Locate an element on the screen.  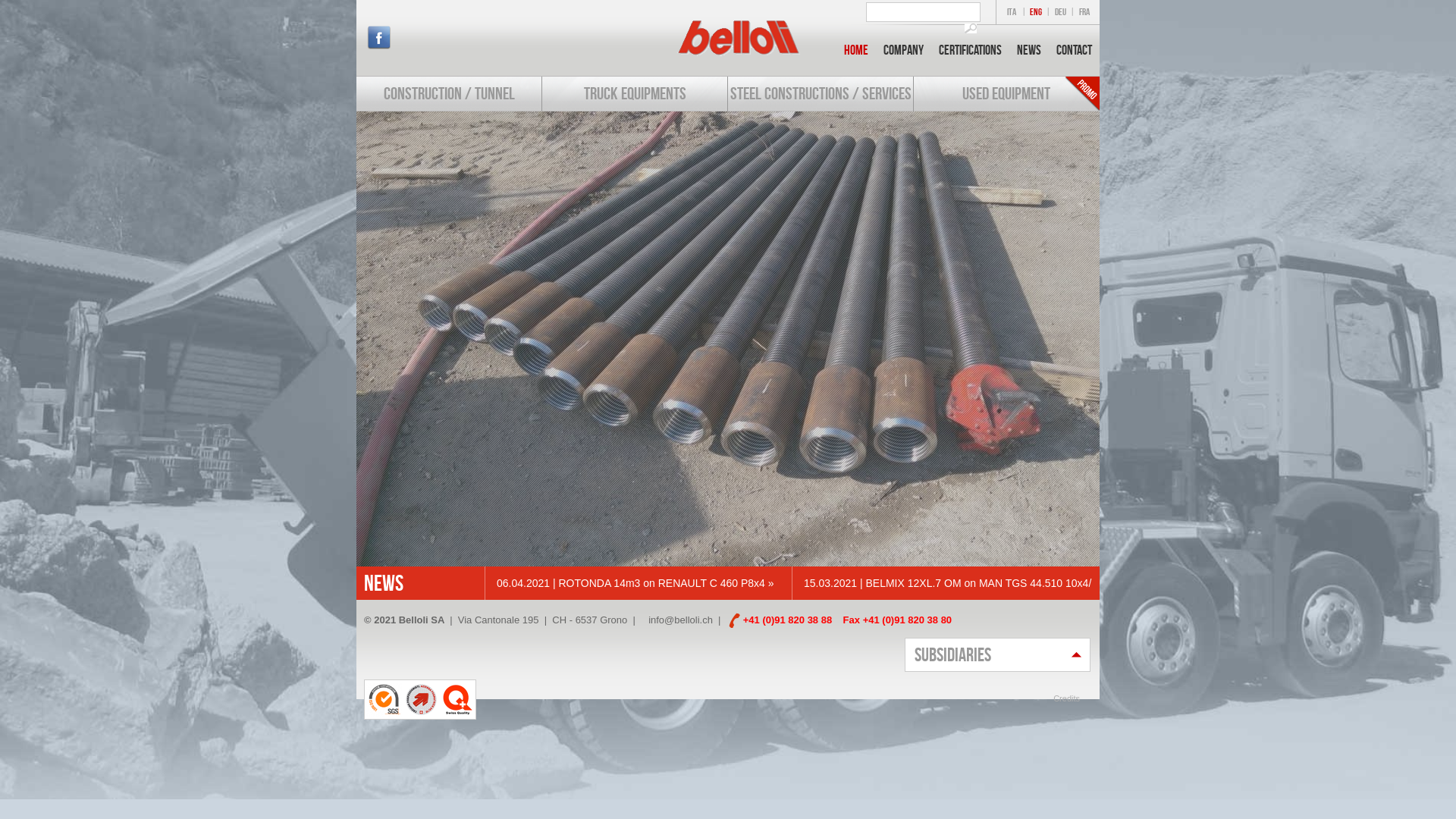
'Contact' is located at coordinates (1073, 49).